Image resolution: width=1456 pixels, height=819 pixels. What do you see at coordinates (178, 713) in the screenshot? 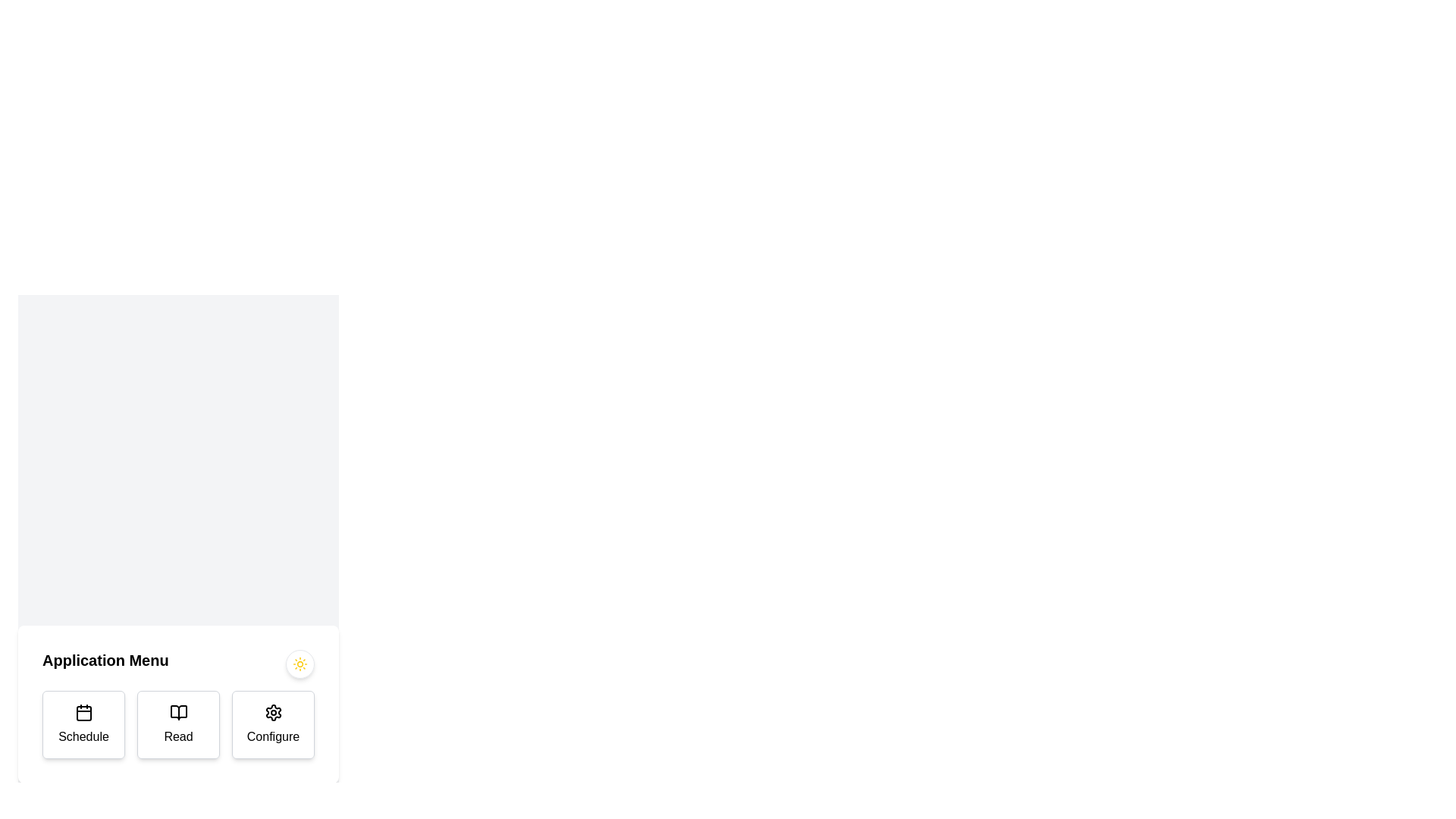
I see `the 'Read' button that contains the SVG icon of an open book, located in the bottom section of the interface, specifically the second button from the left in a row of three buttons` at bounding box center [178, 713].